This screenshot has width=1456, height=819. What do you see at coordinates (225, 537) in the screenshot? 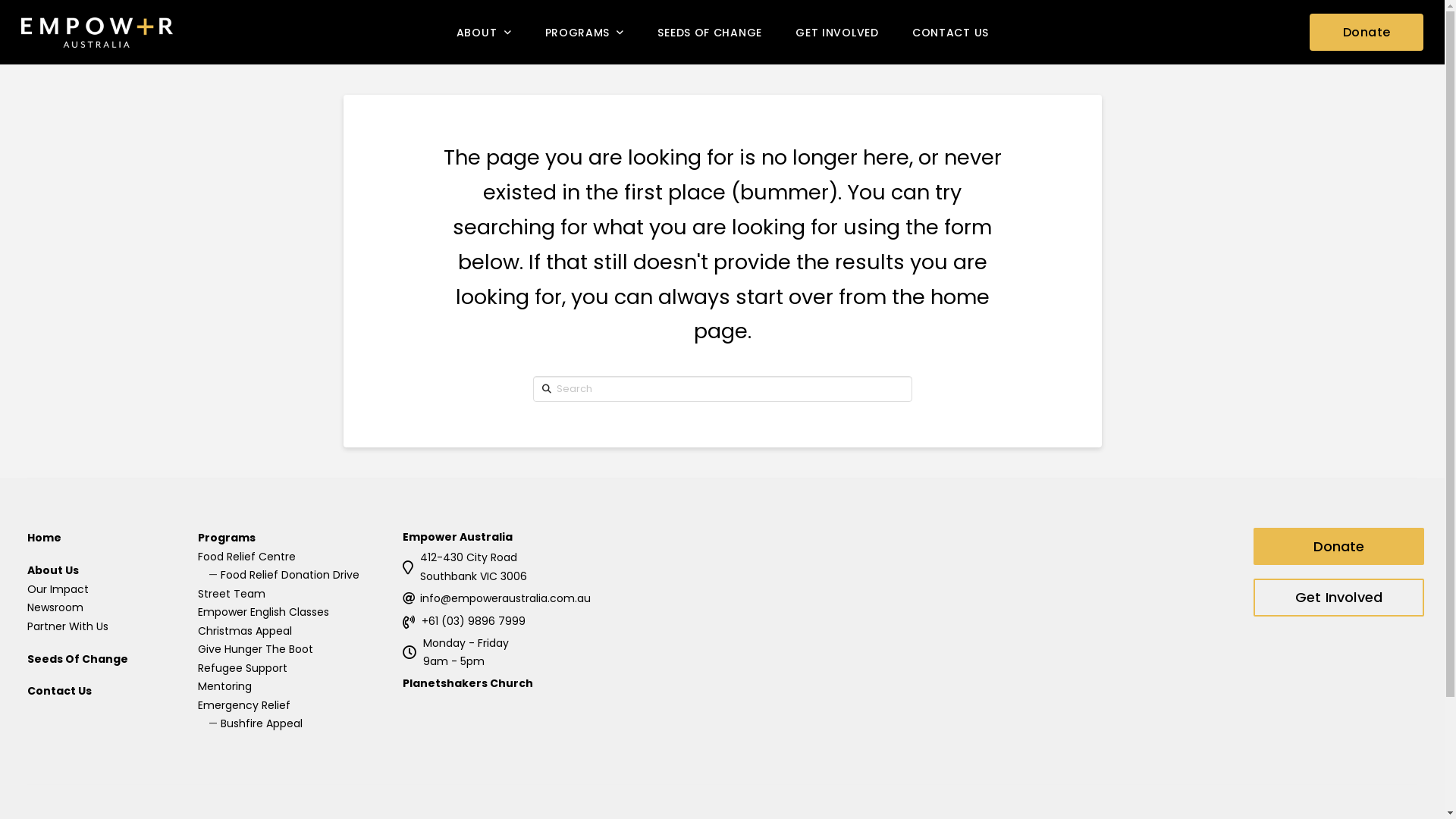
I see `'Programs'` at bounding box center [225, 537].